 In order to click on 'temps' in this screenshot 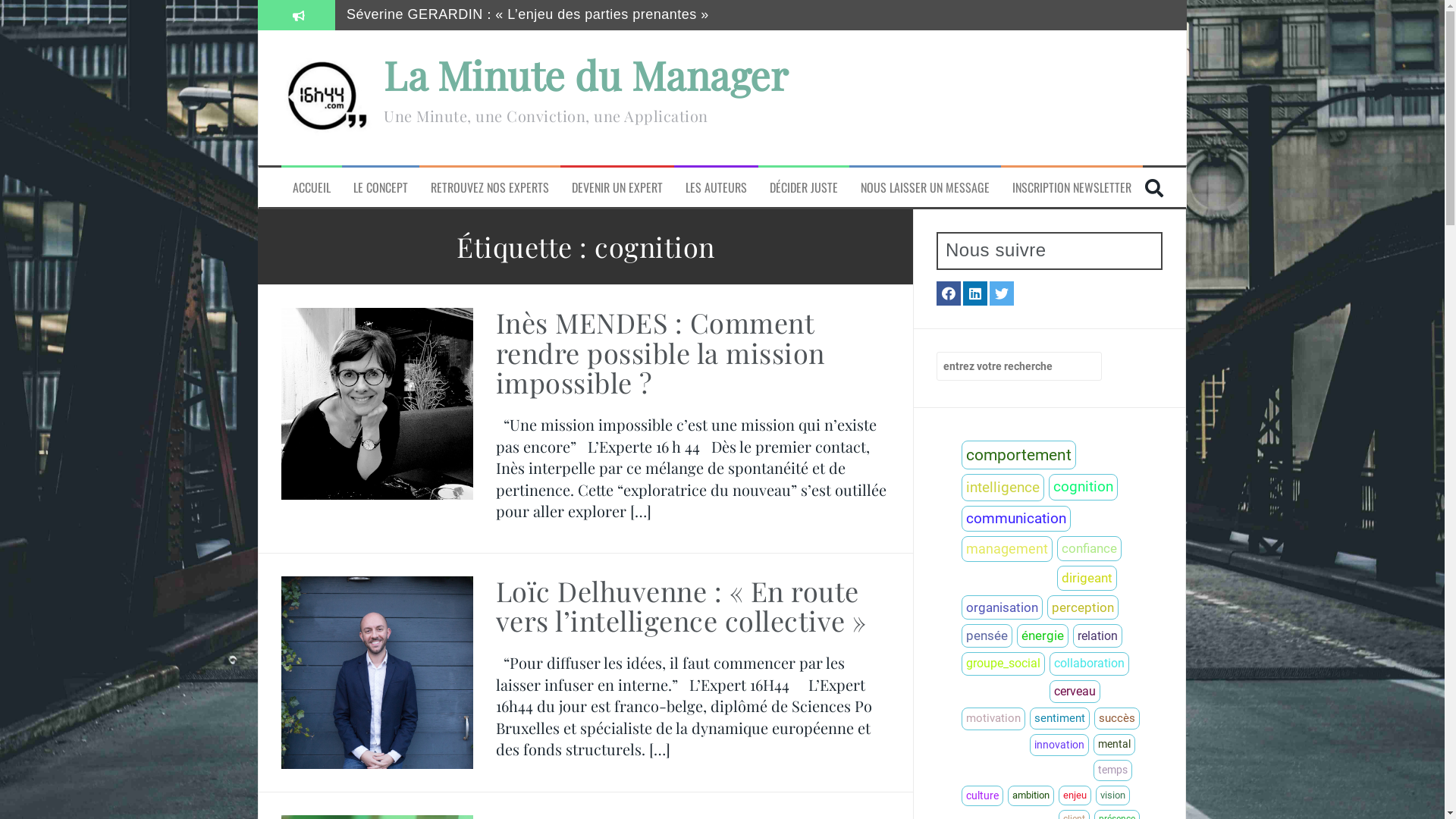, I will do `click(1093, 770)`.